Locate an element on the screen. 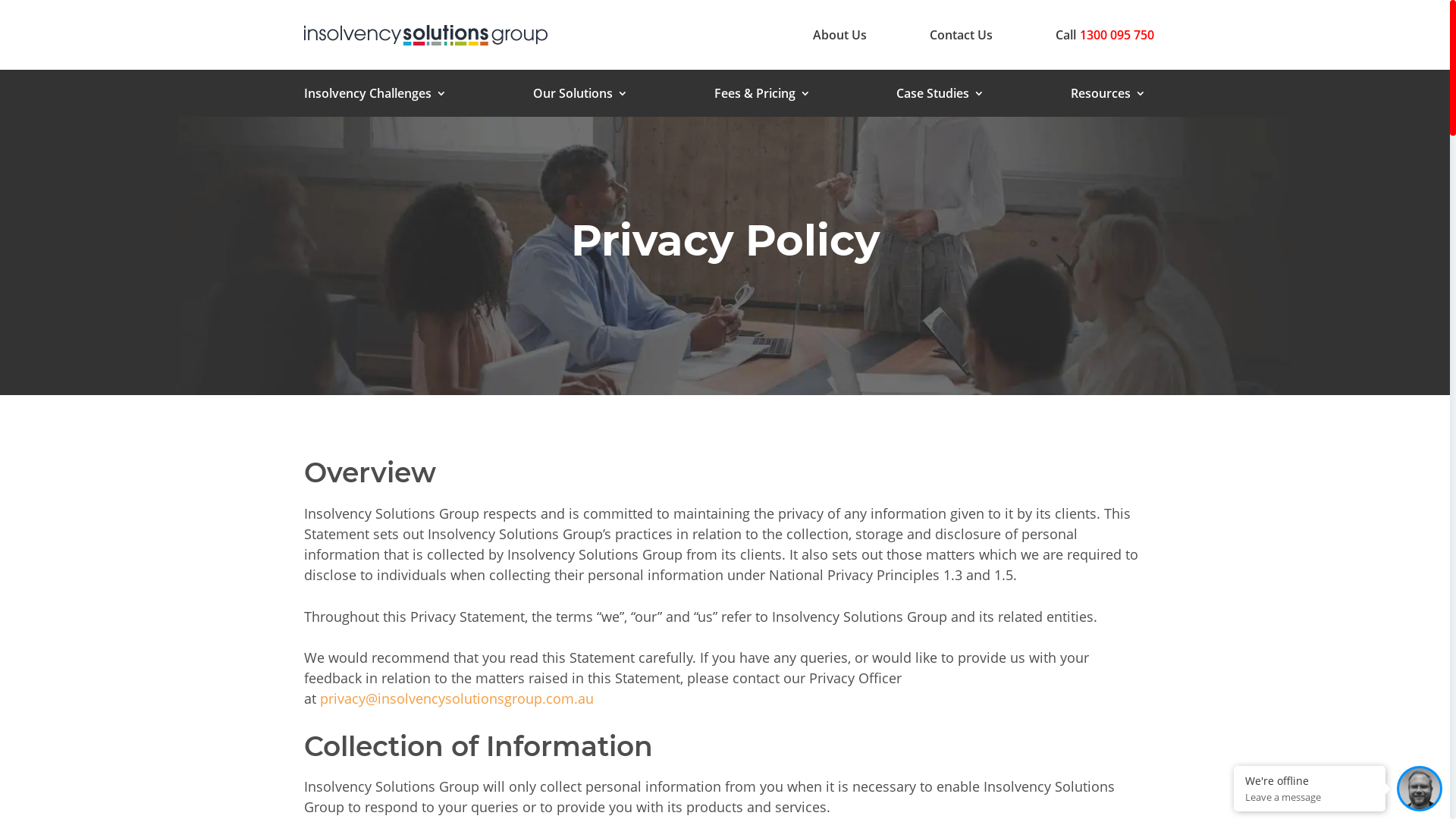  'Case Studies' is located at coordinates (939, 96).